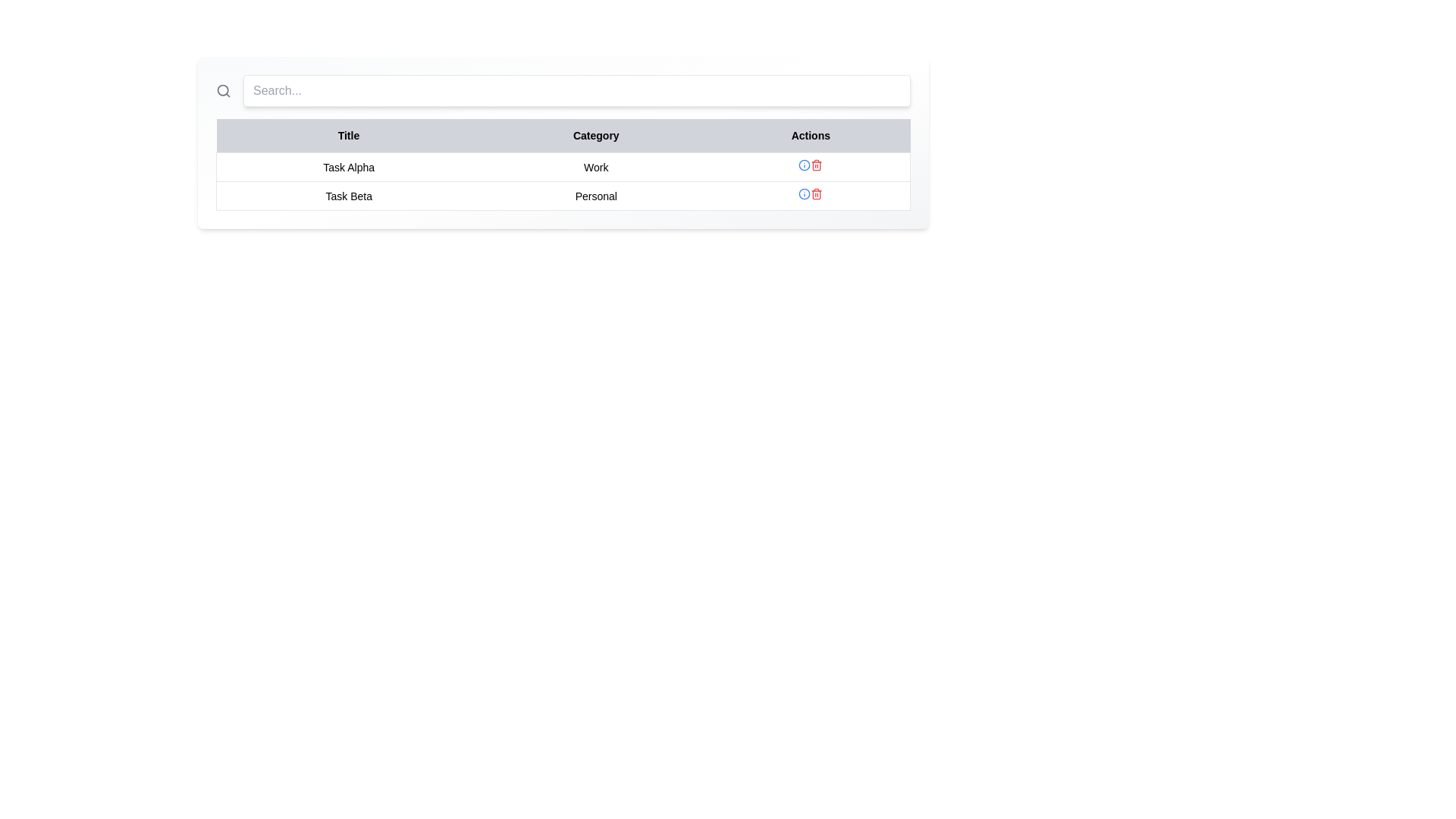  Describe the element at coordinates (810, 135) in the screenshot. I see `the 'Actions' header text, which is styled in bold black font on a gray background and is the rightmost label in the table header row` at that location.